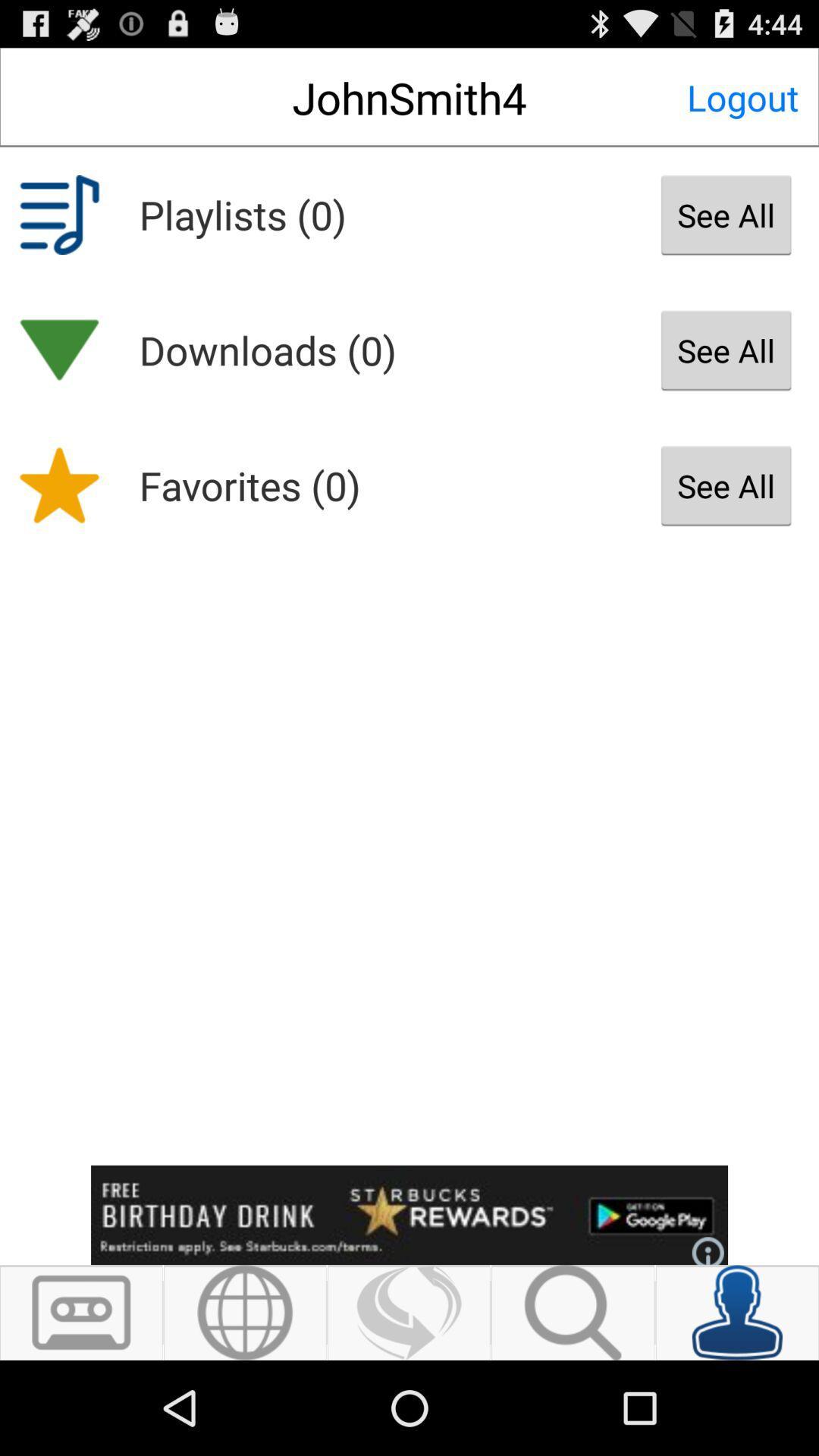 This screenshot has width=819, height=1456. What do you see at coordinates (408, 1312) in the screenshot?
I see `loop option` at bounding box center [408, 1312].